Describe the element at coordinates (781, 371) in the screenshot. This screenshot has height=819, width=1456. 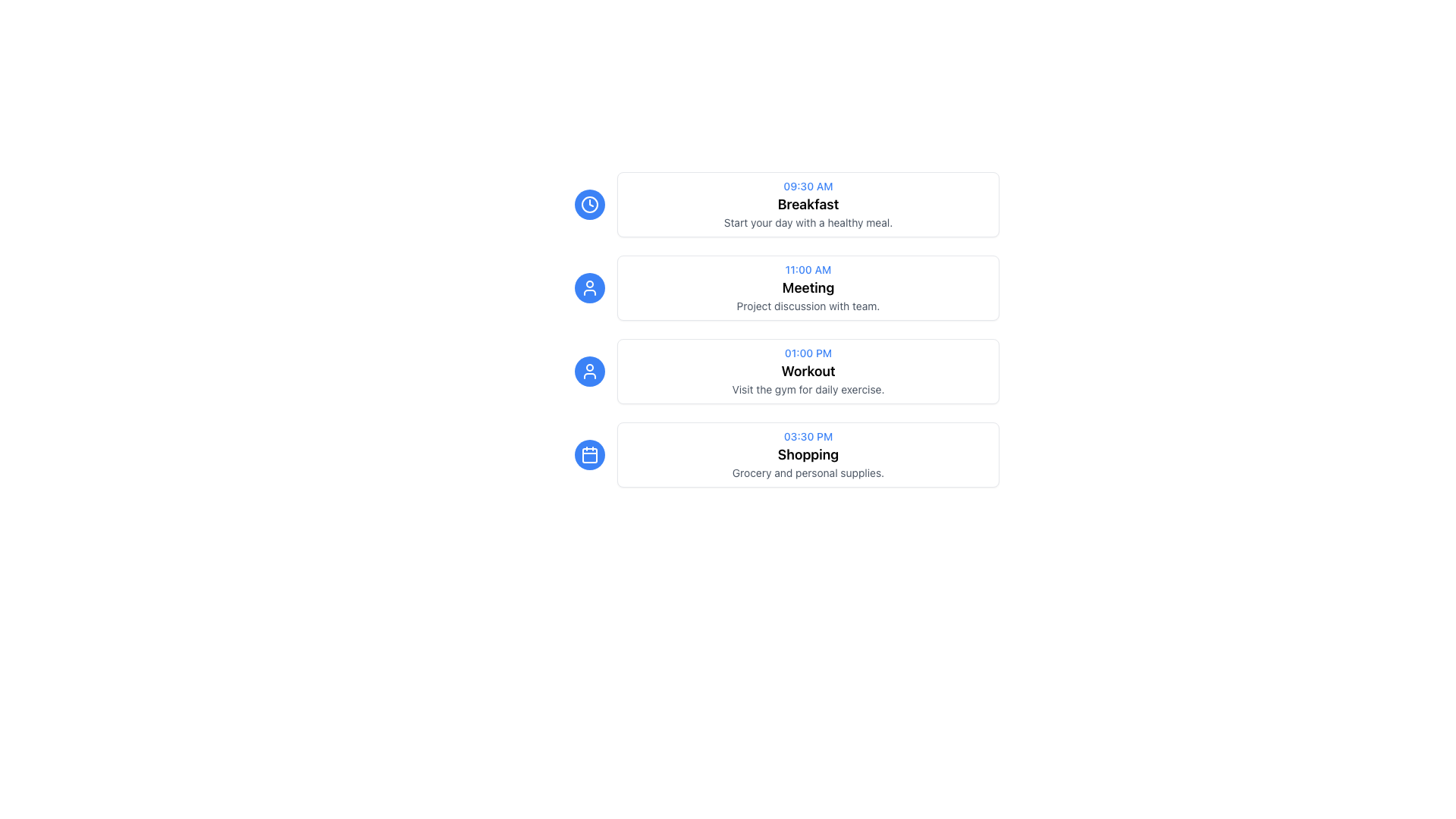
I see `the third Informational card displaying the scheduled event details, specifically the 'Workout at 01:00 PM'` at that location.